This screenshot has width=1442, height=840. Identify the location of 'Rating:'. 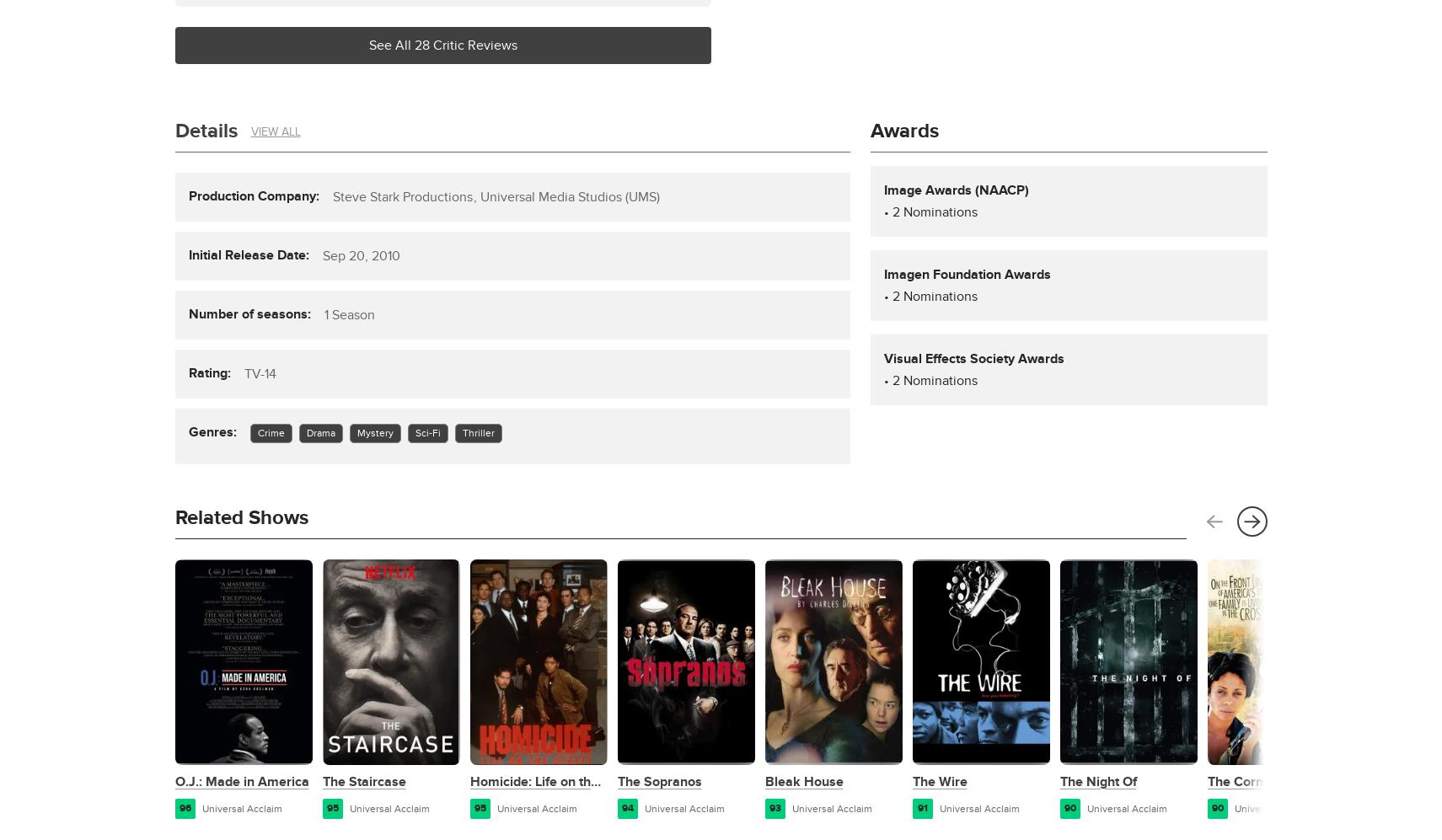
(186, 372).